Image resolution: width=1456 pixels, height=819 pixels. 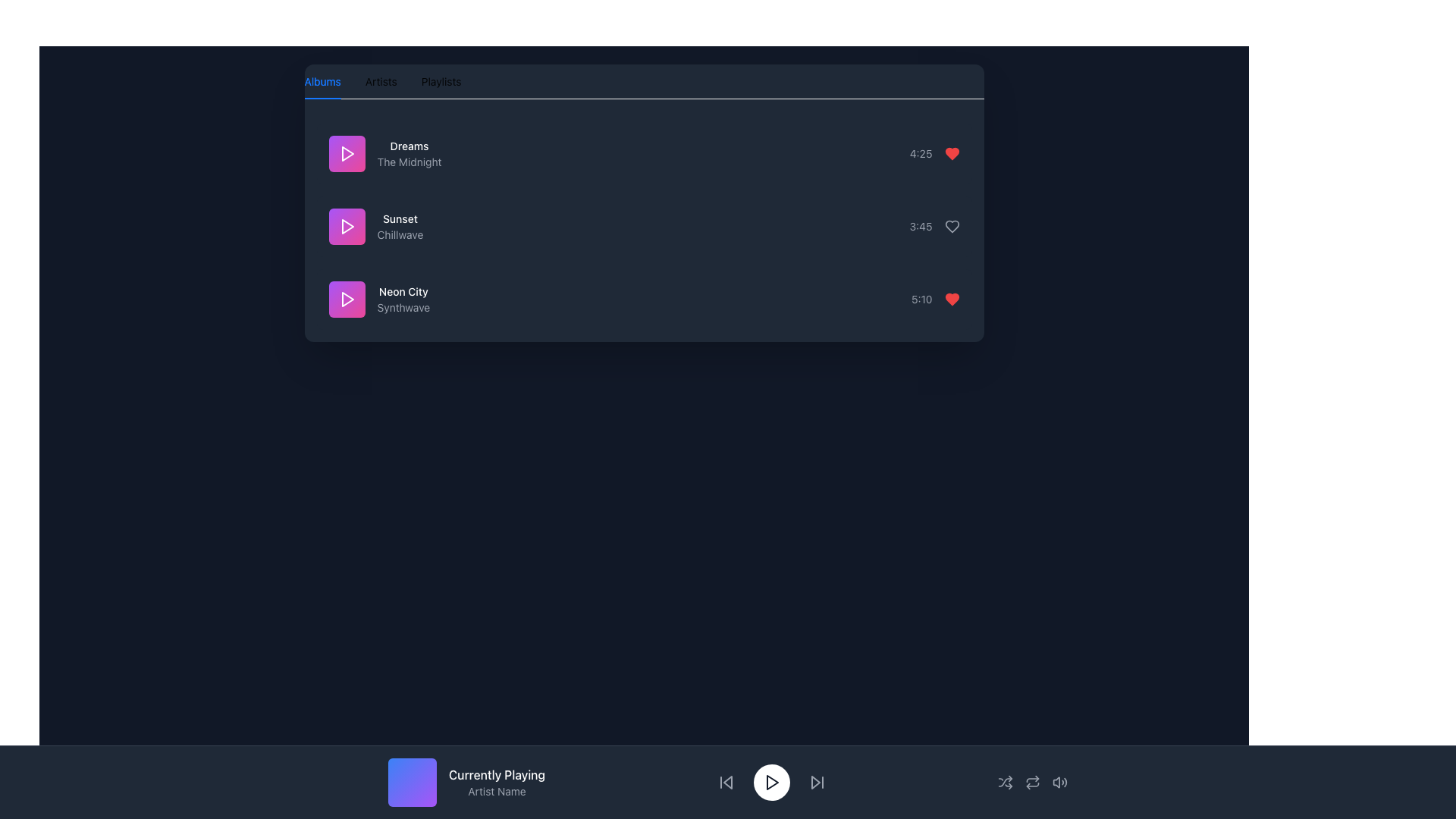 What do you see at coordinates (322, 82) in the screenshot?
I see `the 'Albums' tab in the navigation bar` at bounding box center [322, 82].